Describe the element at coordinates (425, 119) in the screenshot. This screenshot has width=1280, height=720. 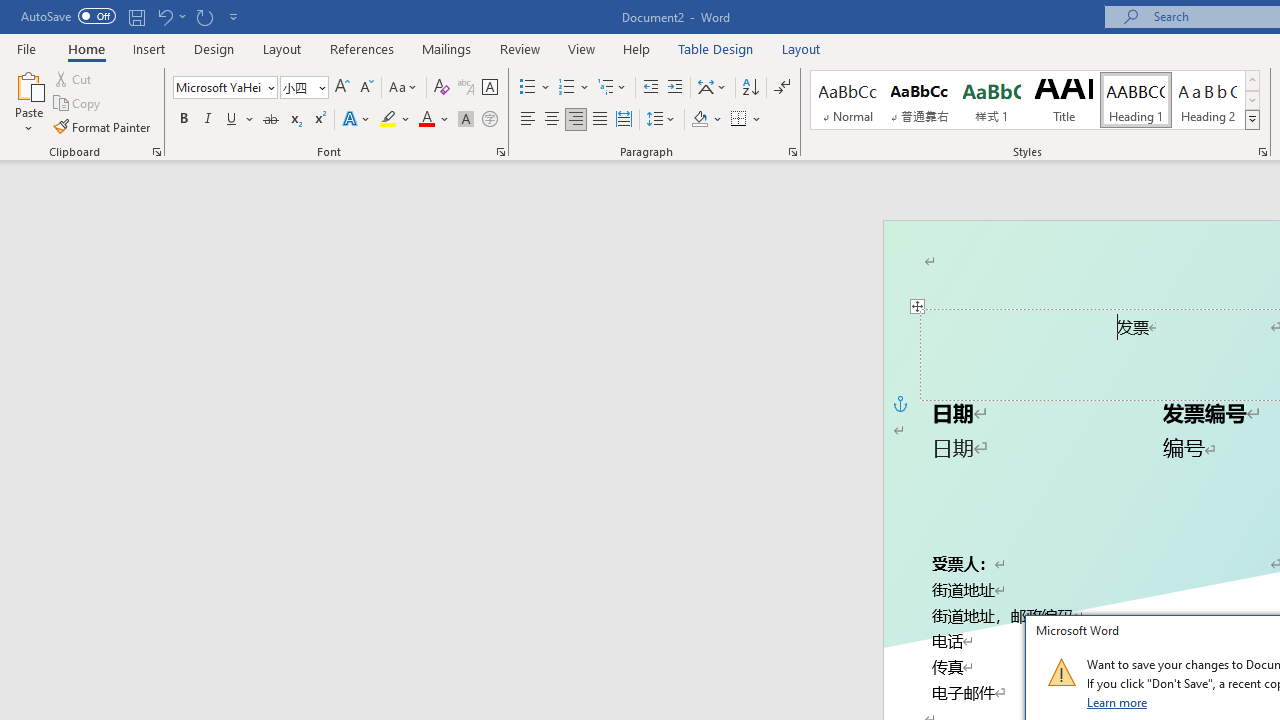
I see `'Font Color RGB(255, 0, 0)'` at that location.